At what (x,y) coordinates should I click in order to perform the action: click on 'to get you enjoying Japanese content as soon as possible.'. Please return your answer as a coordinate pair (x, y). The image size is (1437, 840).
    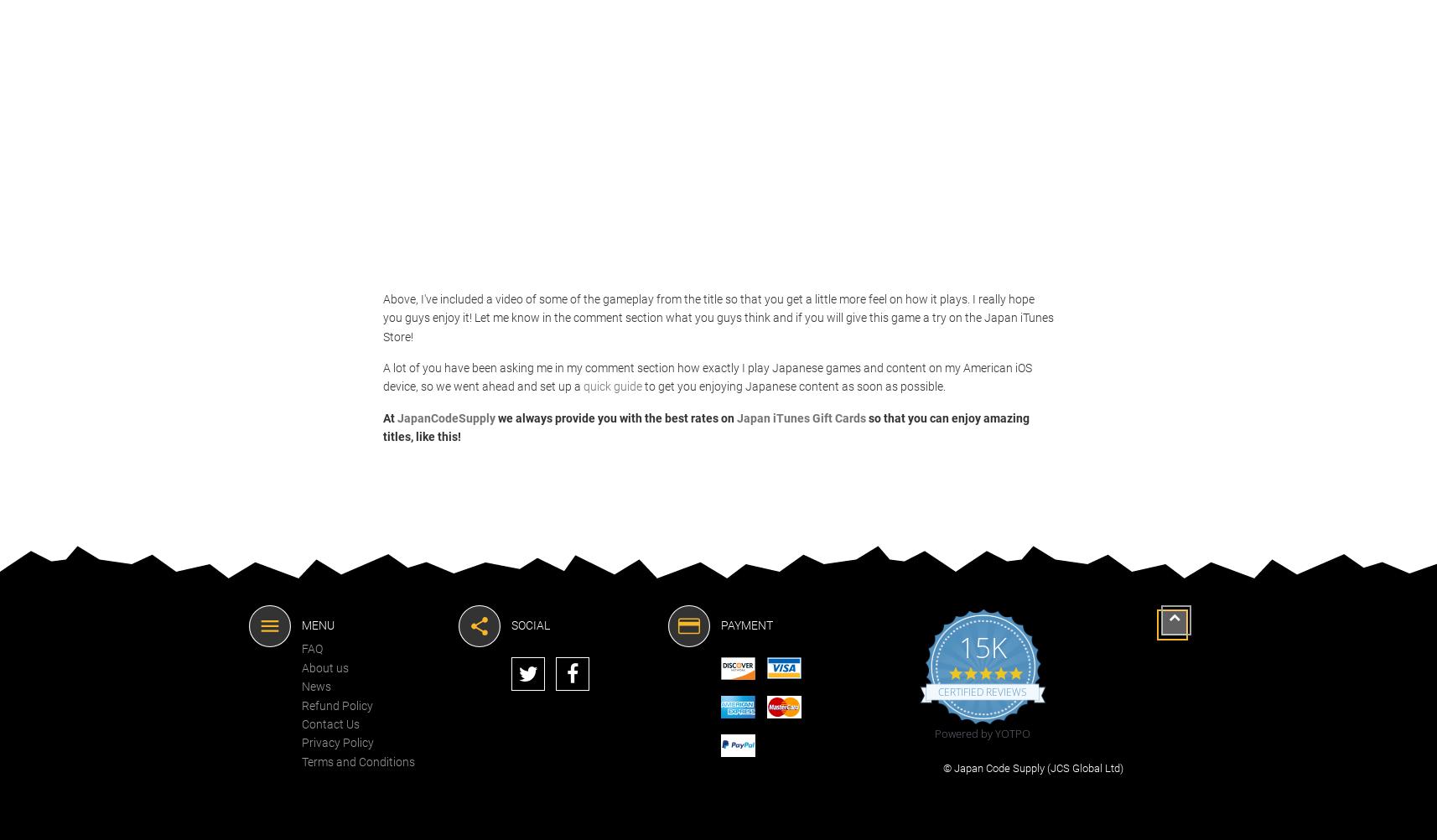
    Looking at the image, I should click on (641, 386).